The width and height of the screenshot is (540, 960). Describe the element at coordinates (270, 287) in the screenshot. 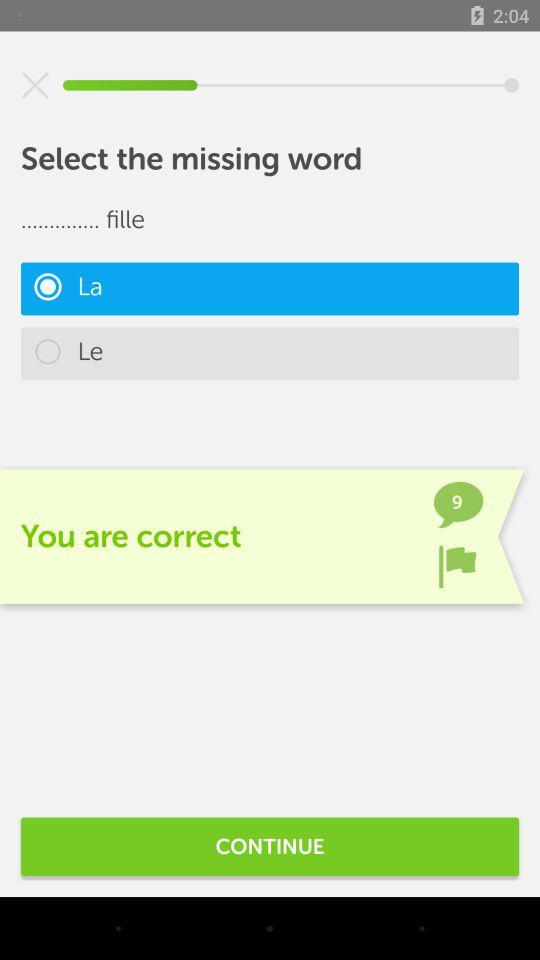

I see `the item above the le icon` at that location.